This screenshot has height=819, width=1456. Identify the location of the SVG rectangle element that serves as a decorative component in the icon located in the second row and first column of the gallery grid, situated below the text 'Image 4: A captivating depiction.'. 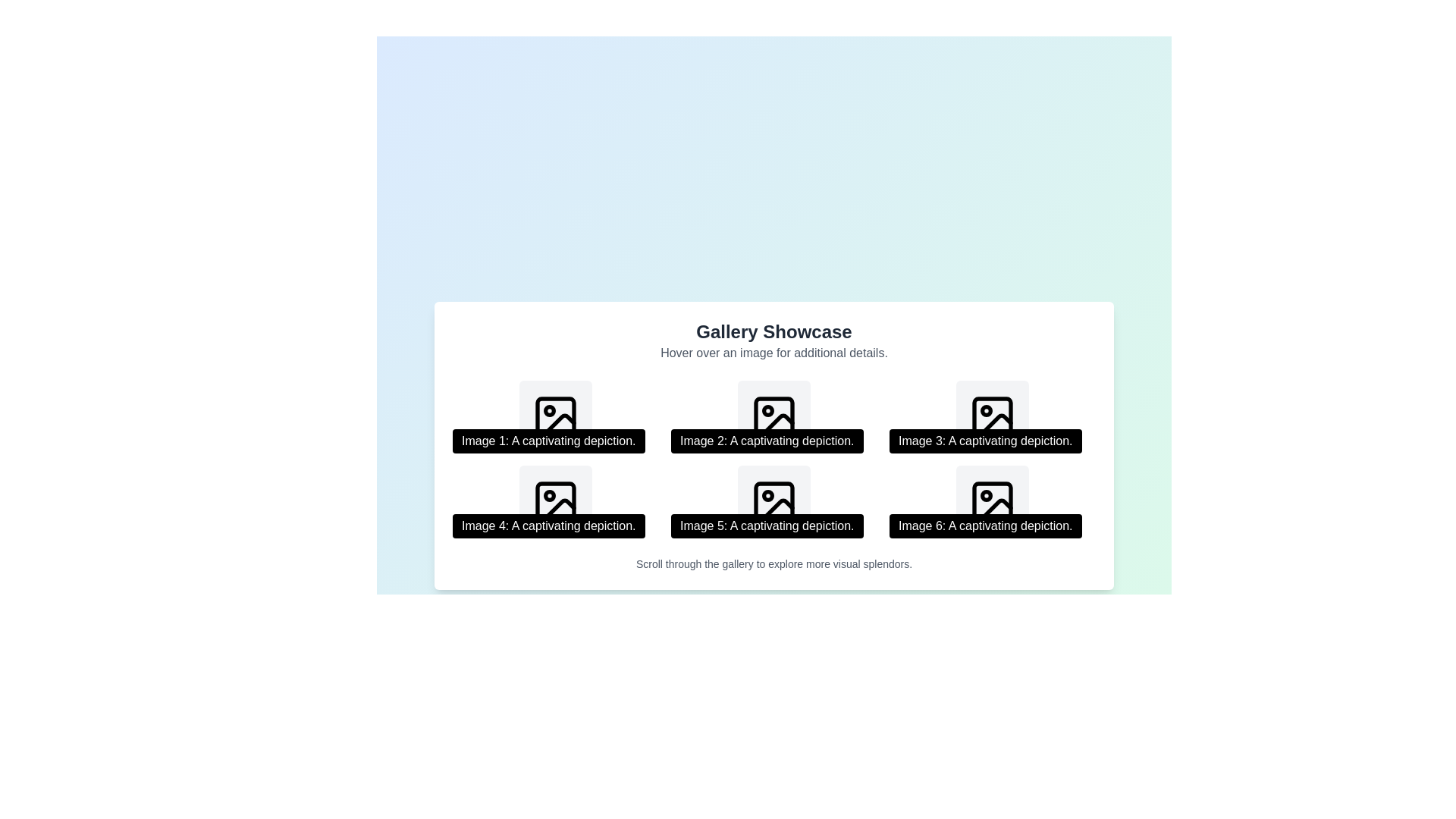
(555, 502).